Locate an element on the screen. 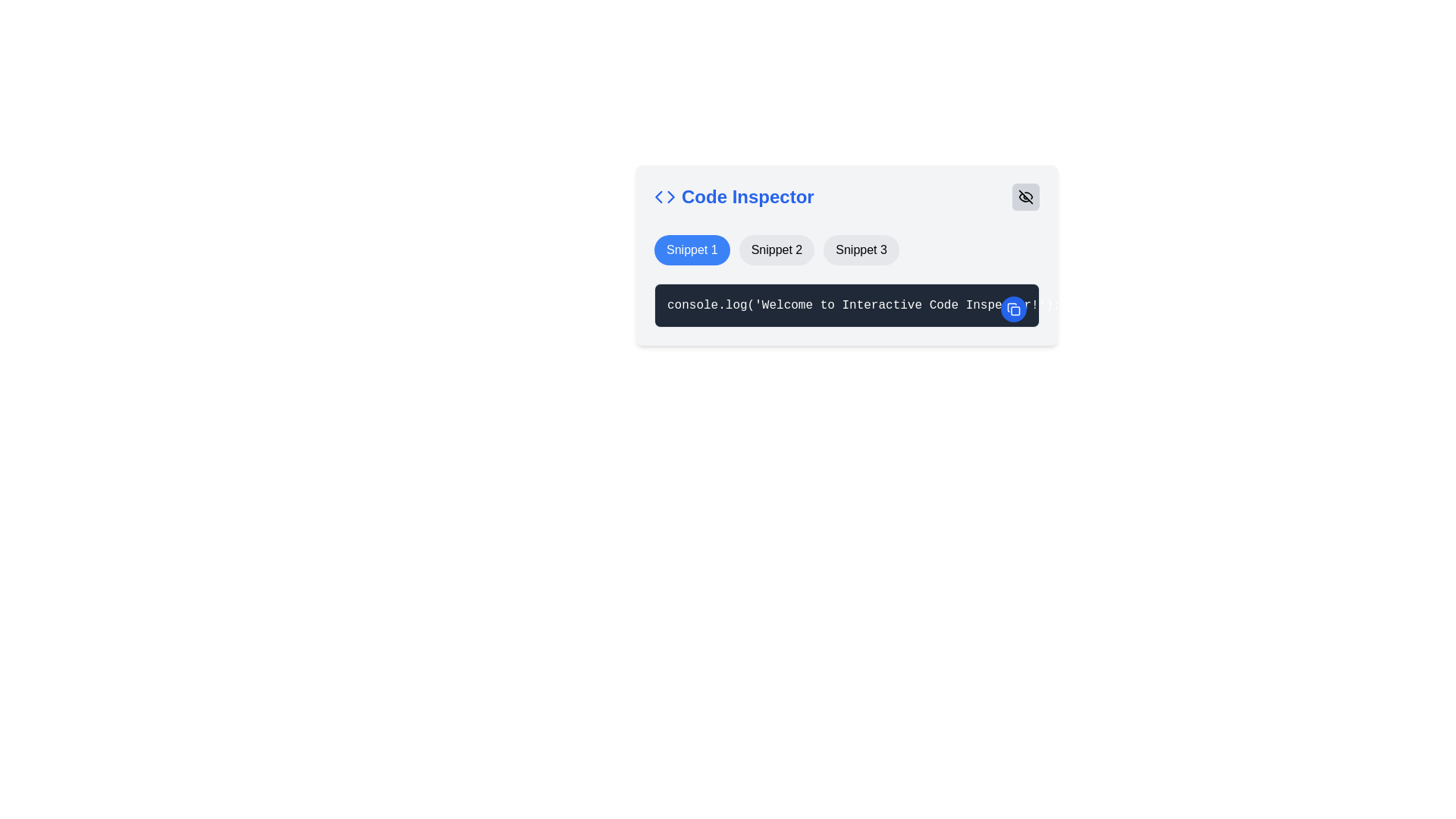  the button labeled 'Snippet 3' which is a rectangular button with rounded edges and a light gray background is located at coordinates (861, 249).